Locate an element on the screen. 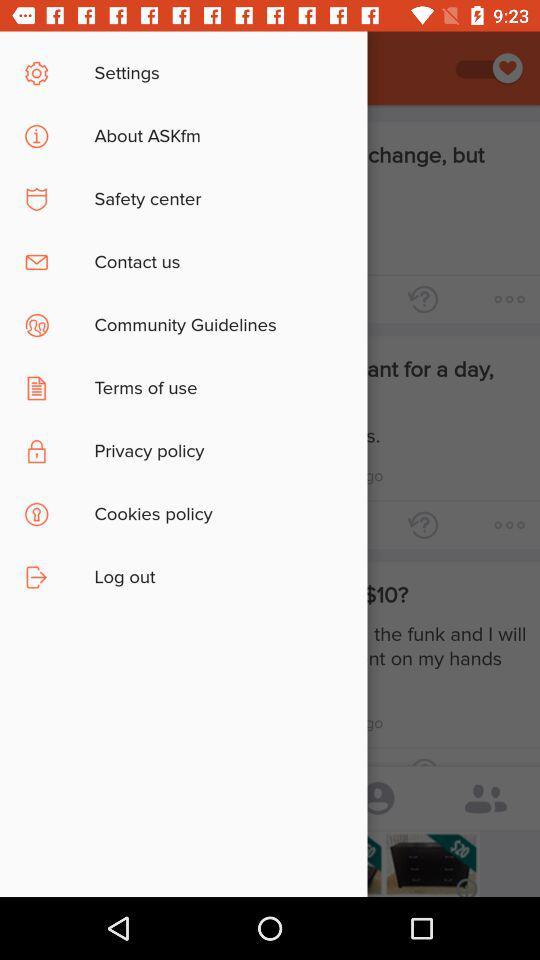  the option below cookies policy is located at coordinates (278, 588).